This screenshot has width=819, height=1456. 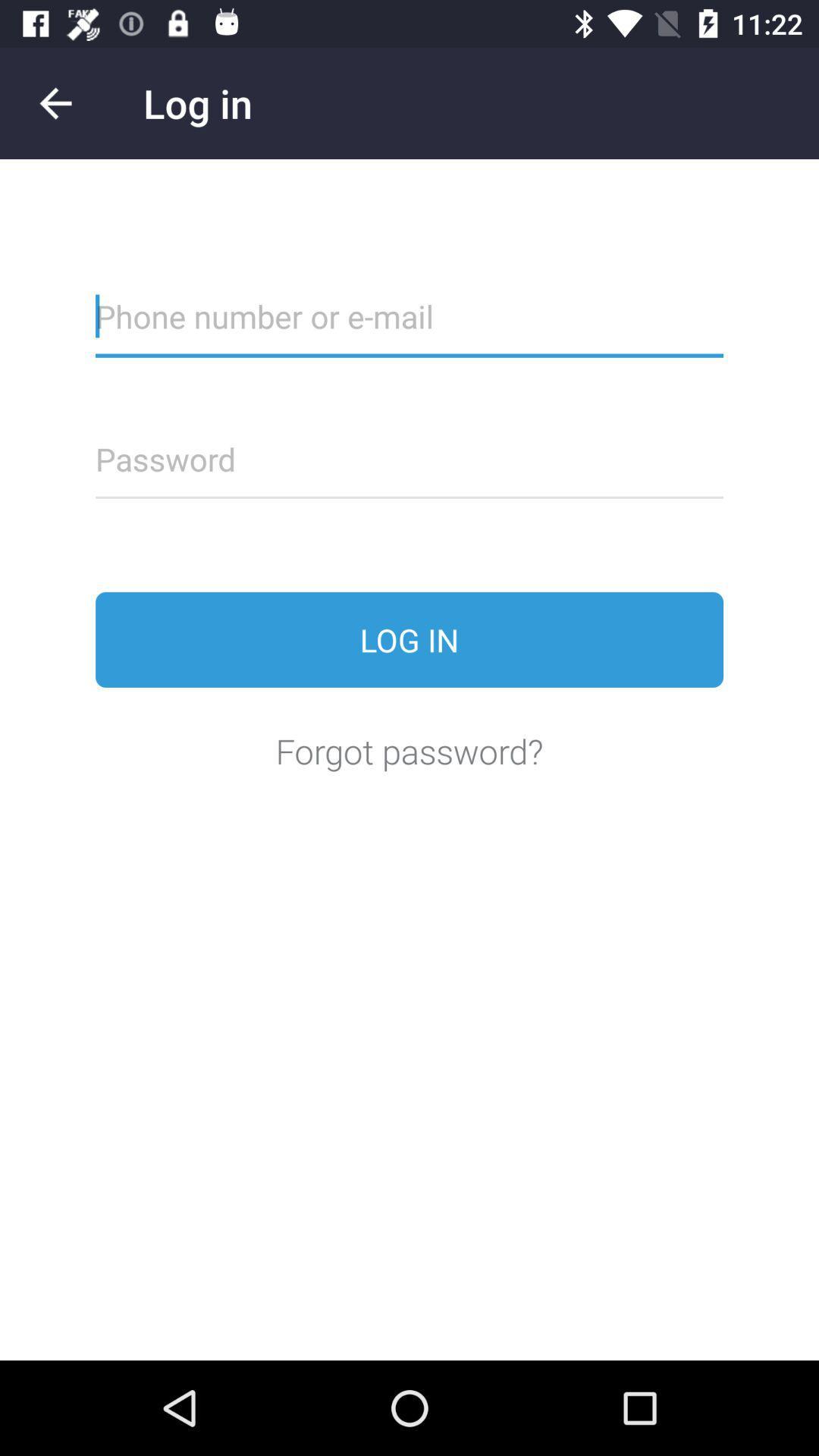 What do you see at coordinates (409, 325) in the screenshot?
I see `put email` at bounding box center [409, 325].